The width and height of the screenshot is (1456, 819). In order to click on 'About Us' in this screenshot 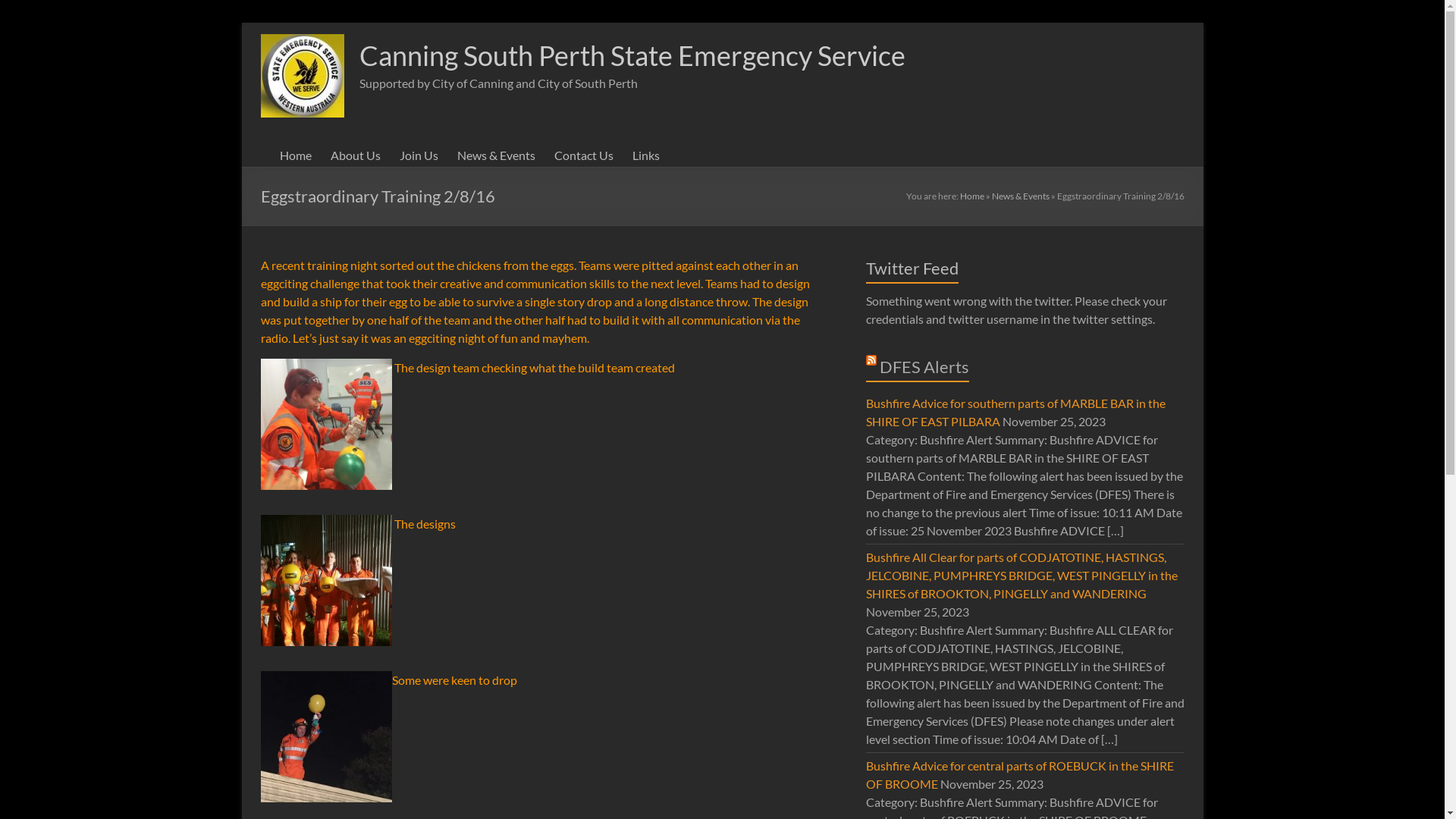, I will do `click(330, 155)`.